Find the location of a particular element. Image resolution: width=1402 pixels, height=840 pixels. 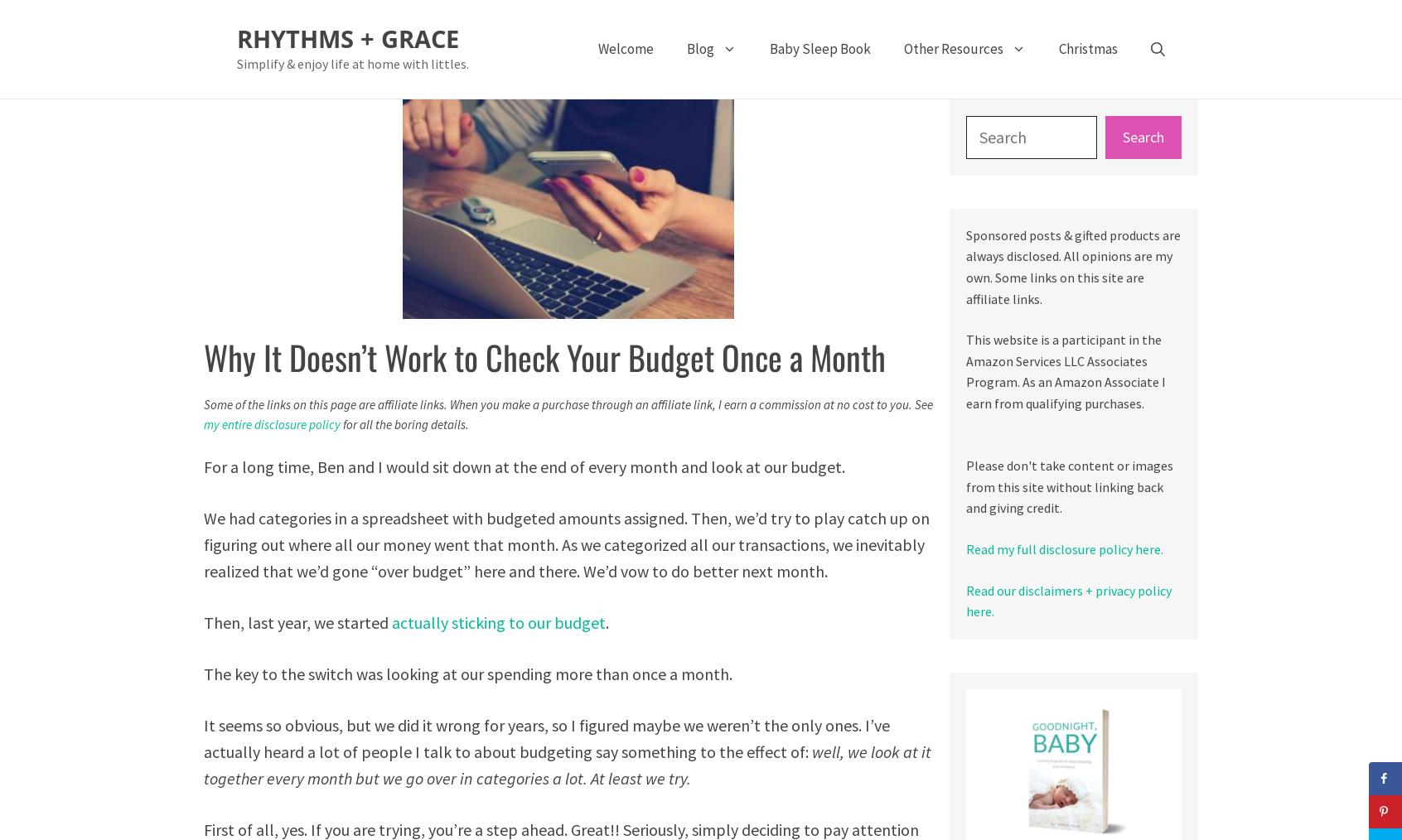

'Simplify & enjoy life at home with littles.' is located at coordinates (352, 62).